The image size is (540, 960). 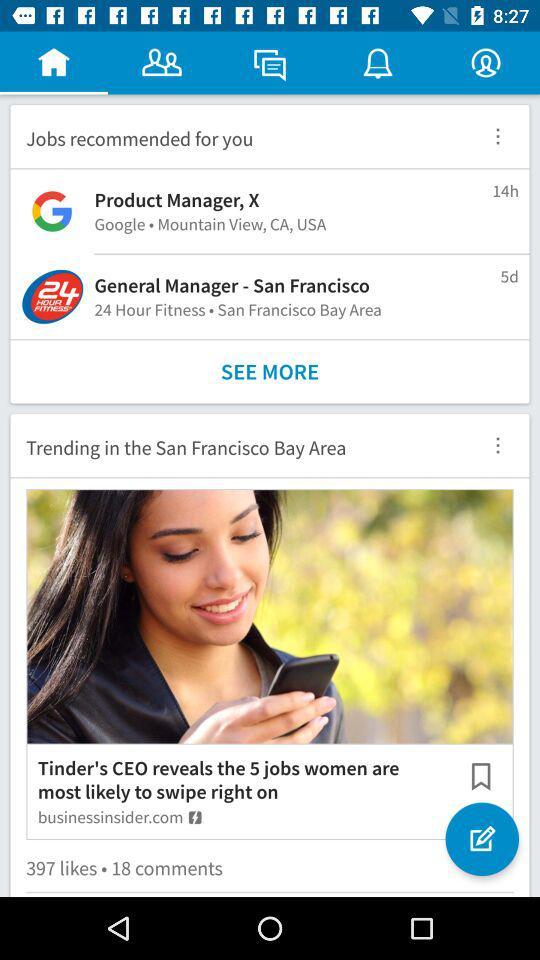 I want to click on trending in the, so click(x=238, y=445).